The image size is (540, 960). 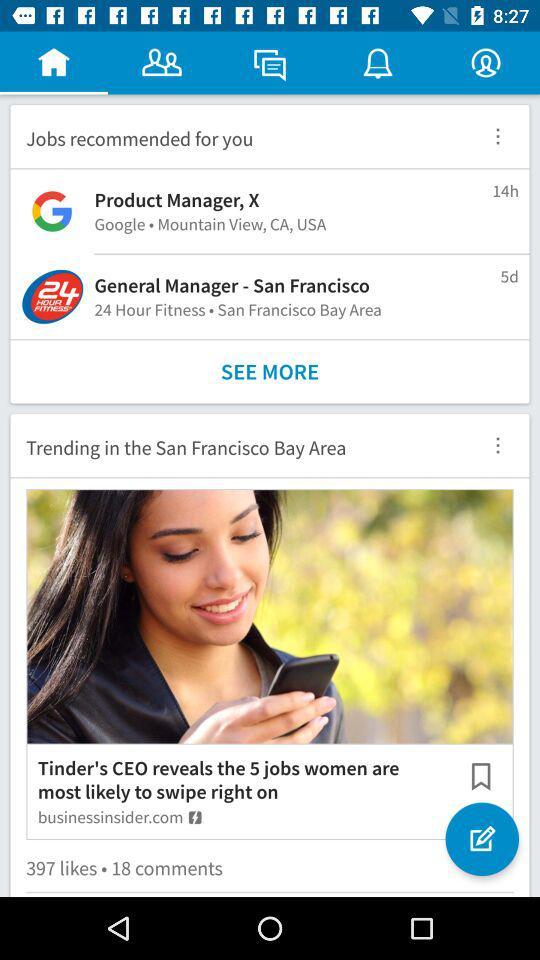 I want to click on trending in the, so click(x=238, y=445).